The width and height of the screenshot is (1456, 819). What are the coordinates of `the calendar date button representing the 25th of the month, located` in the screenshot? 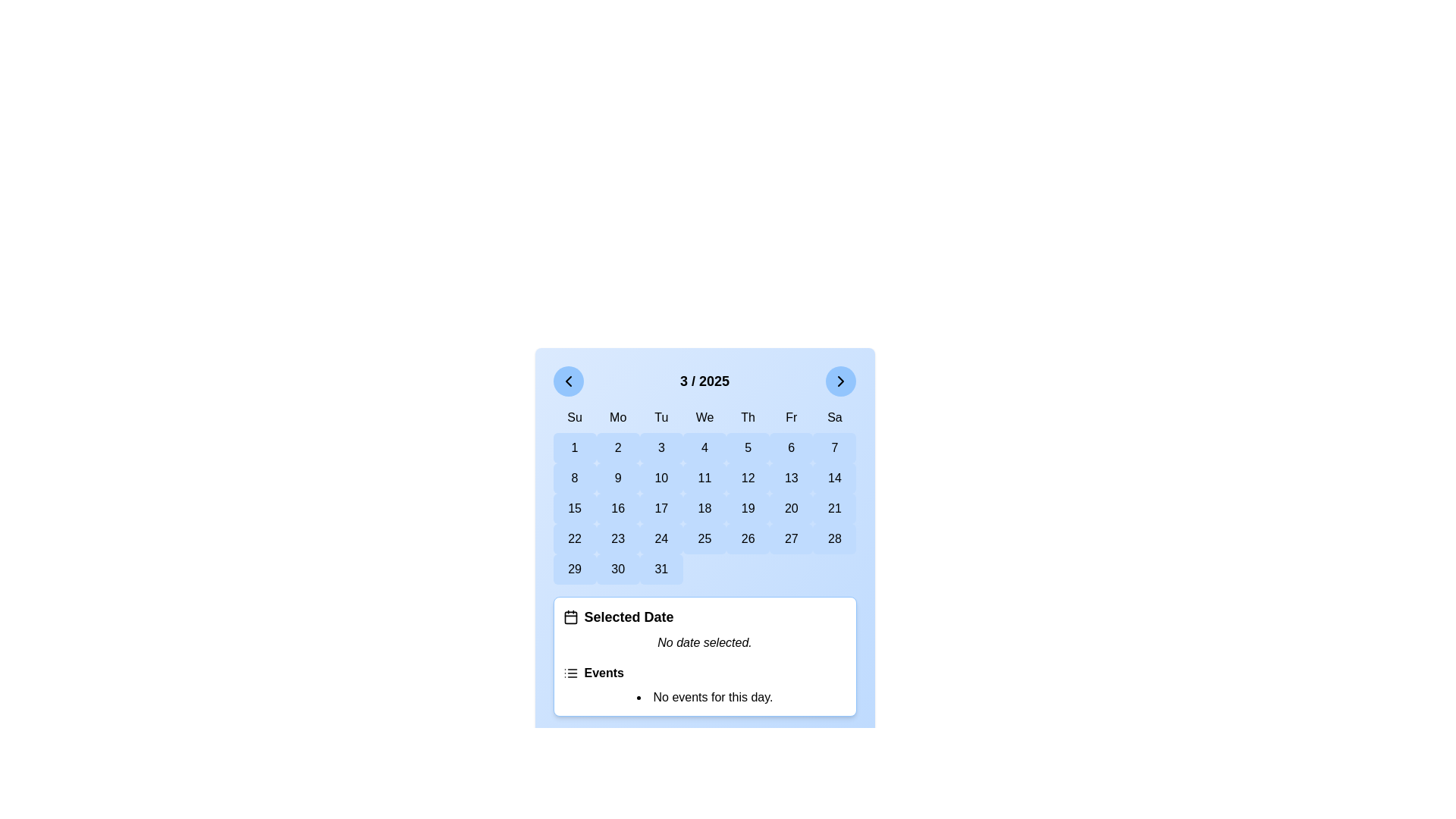 It's located at (704, 538).